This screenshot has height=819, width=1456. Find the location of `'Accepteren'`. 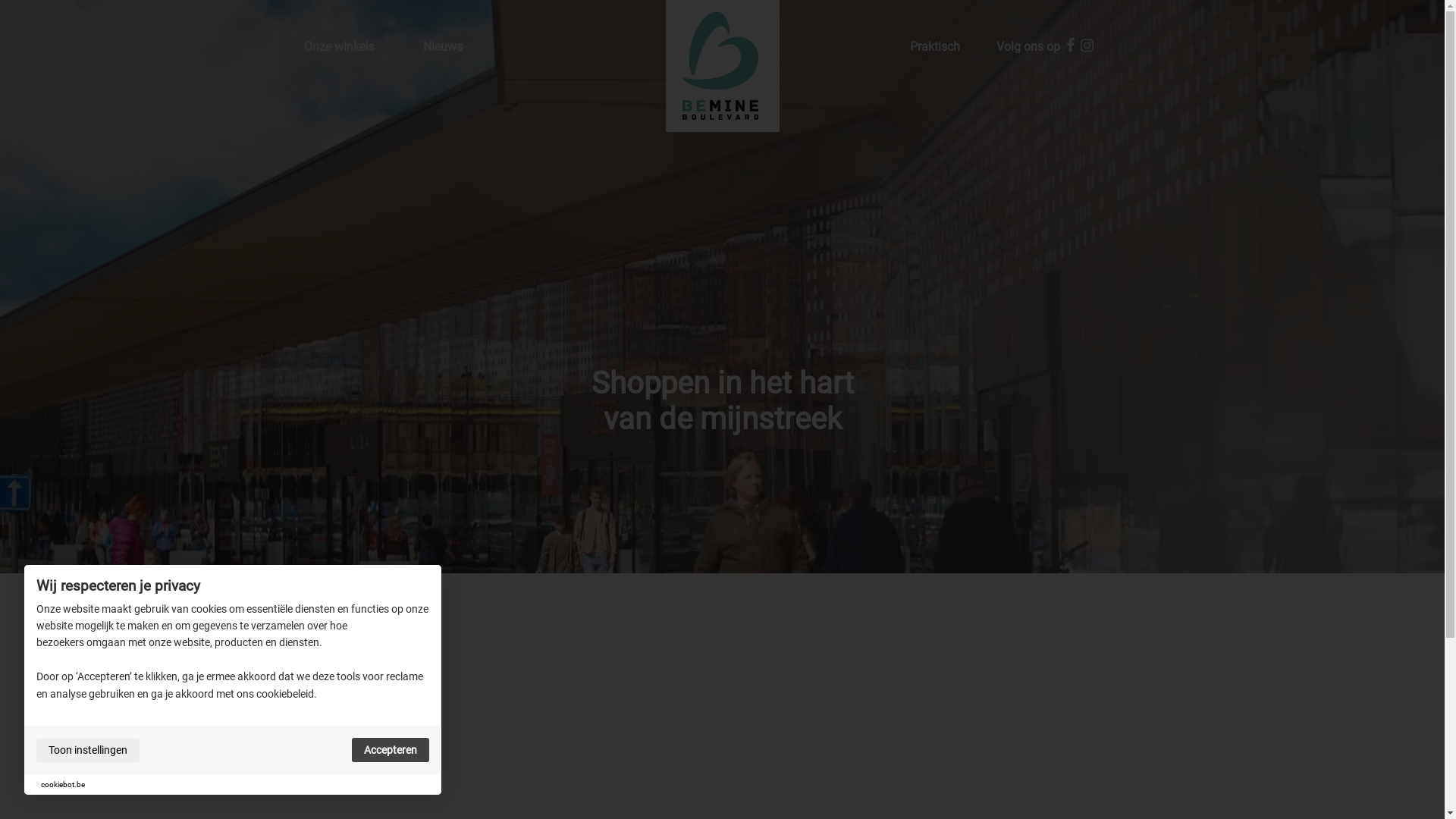

'Accepteren' is located at coordinates (390, 748).